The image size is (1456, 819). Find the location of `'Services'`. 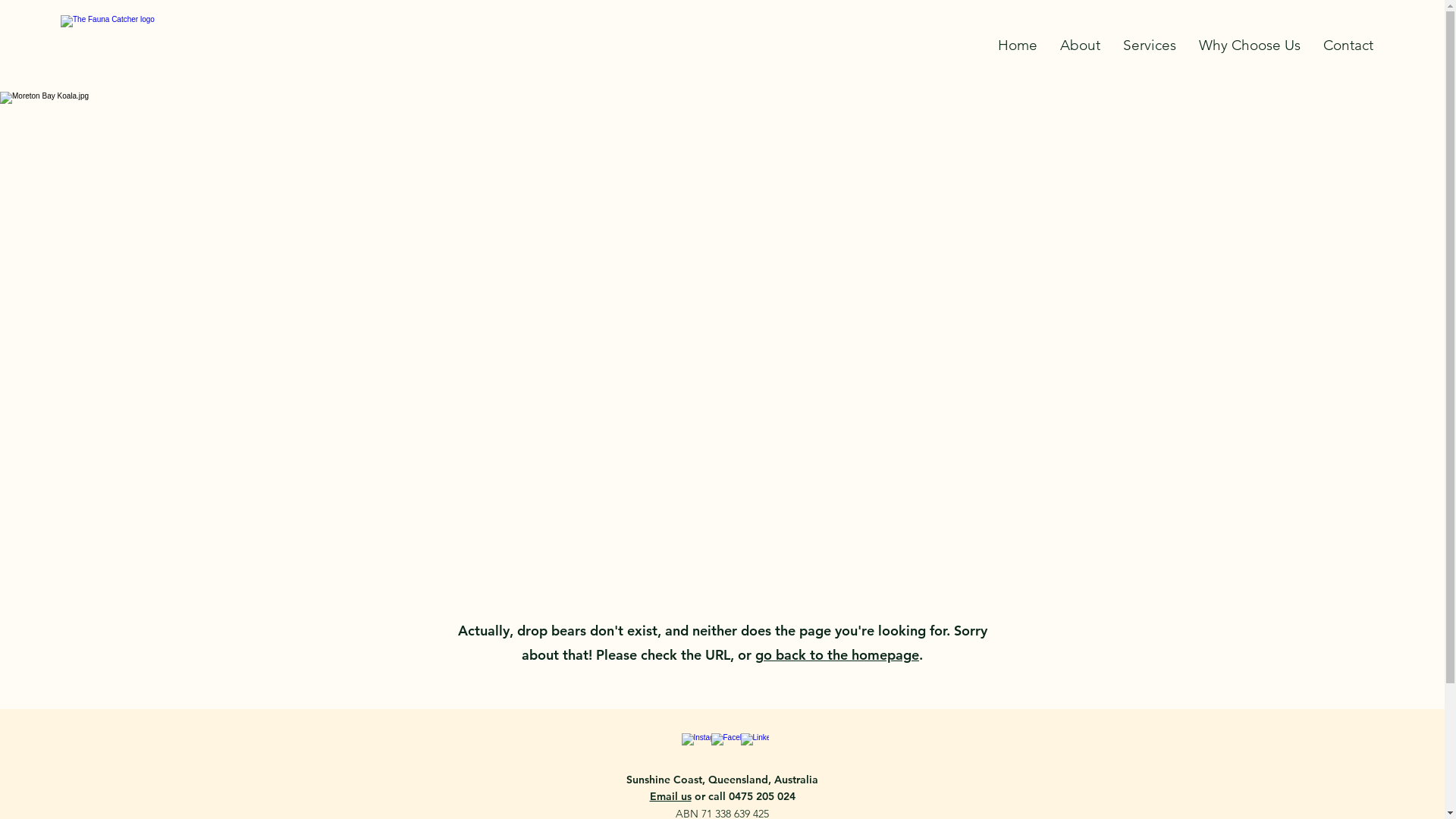

'Services' is located at coordinates (1111, 45).